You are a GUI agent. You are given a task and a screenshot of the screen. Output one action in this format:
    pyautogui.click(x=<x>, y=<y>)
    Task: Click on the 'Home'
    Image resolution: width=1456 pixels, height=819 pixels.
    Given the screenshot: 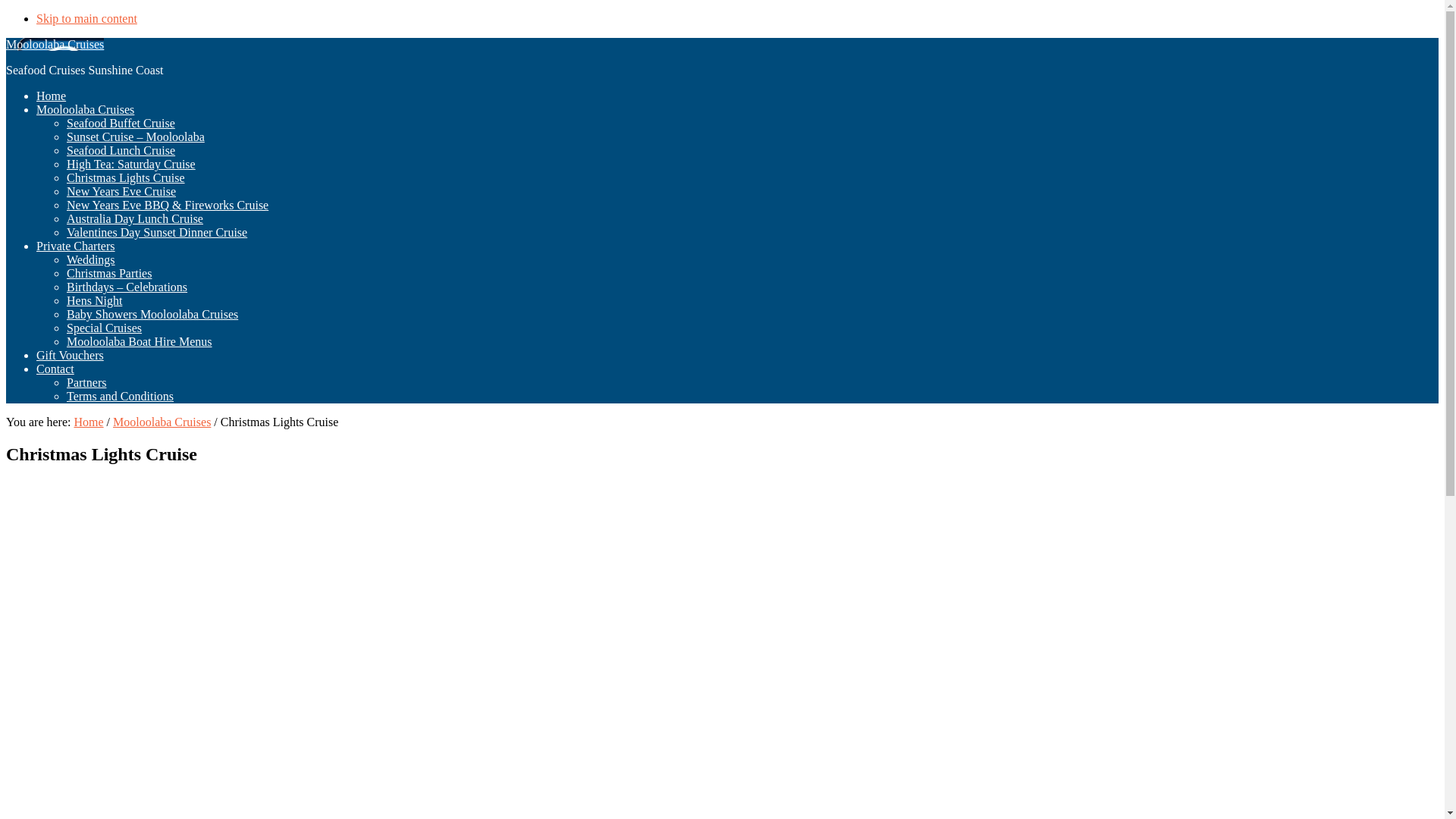 What is the action you would take?
    pyautogui.click(x=72, y=422)
    